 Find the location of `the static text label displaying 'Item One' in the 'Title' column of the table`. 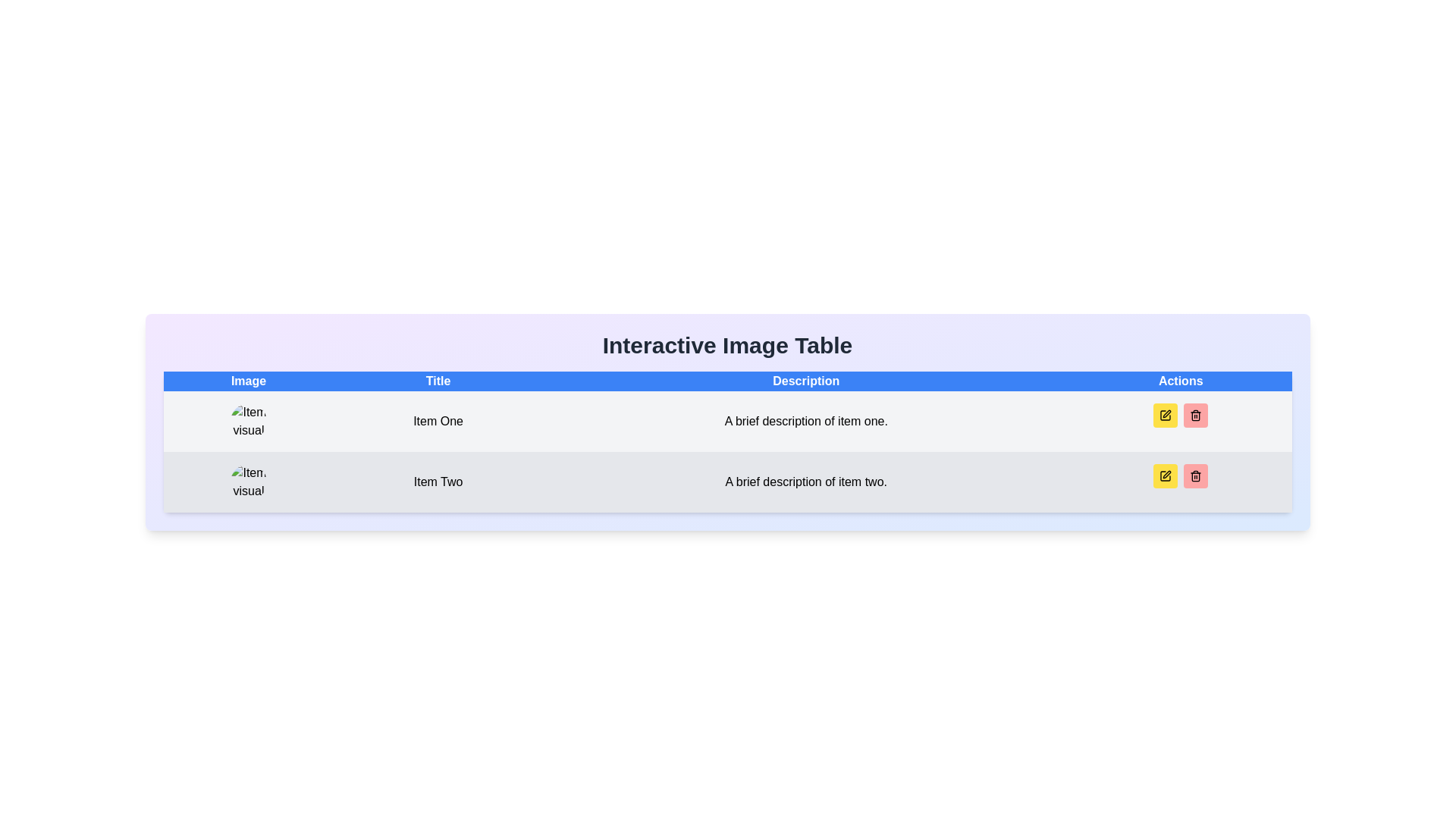

the static text label displaying 'Item One' in the 'Title' column of the table is located at coordinates (438, 421).